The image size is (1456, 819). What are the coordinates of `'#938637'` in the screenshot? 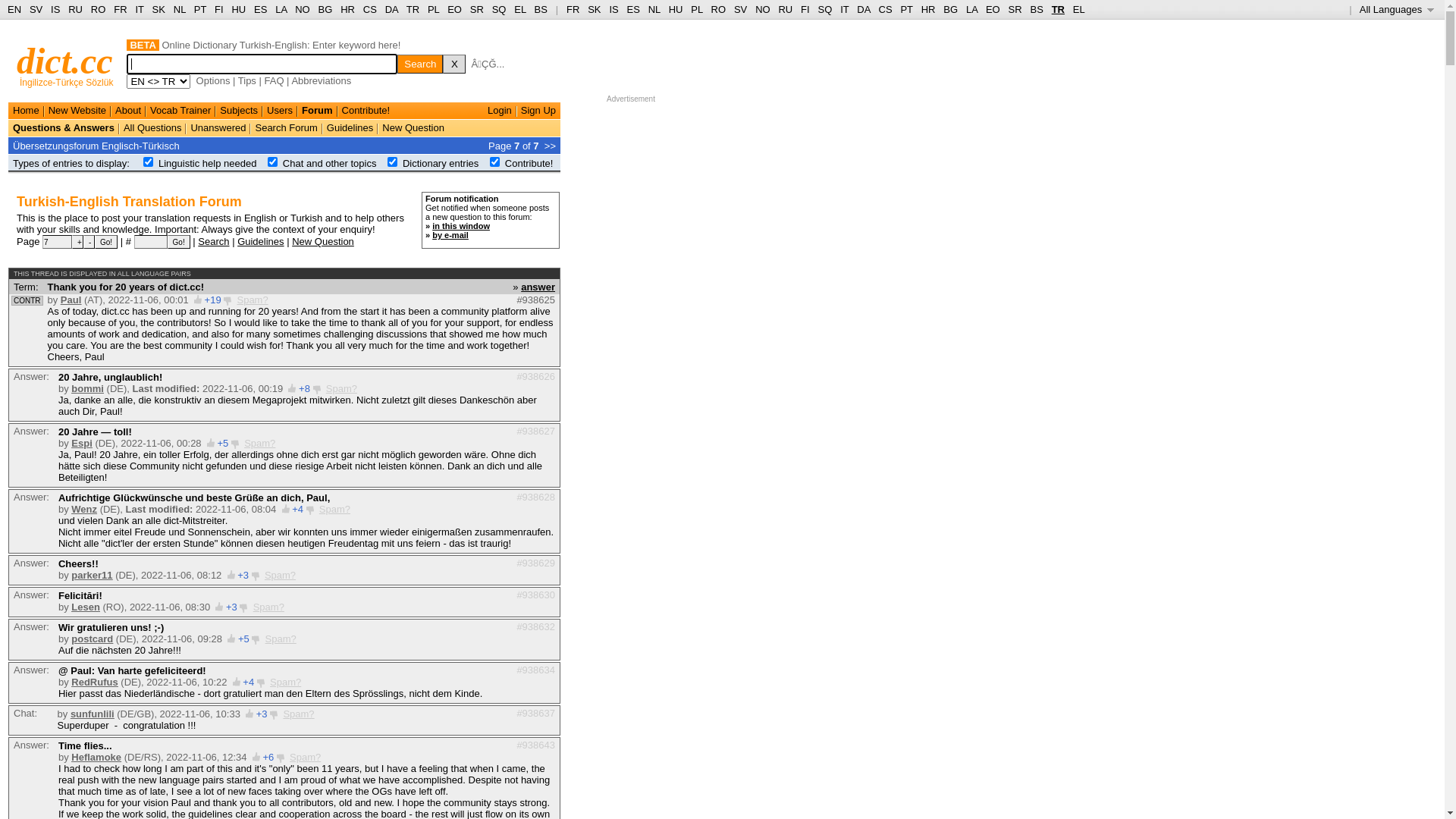 It's located at (516, 712).